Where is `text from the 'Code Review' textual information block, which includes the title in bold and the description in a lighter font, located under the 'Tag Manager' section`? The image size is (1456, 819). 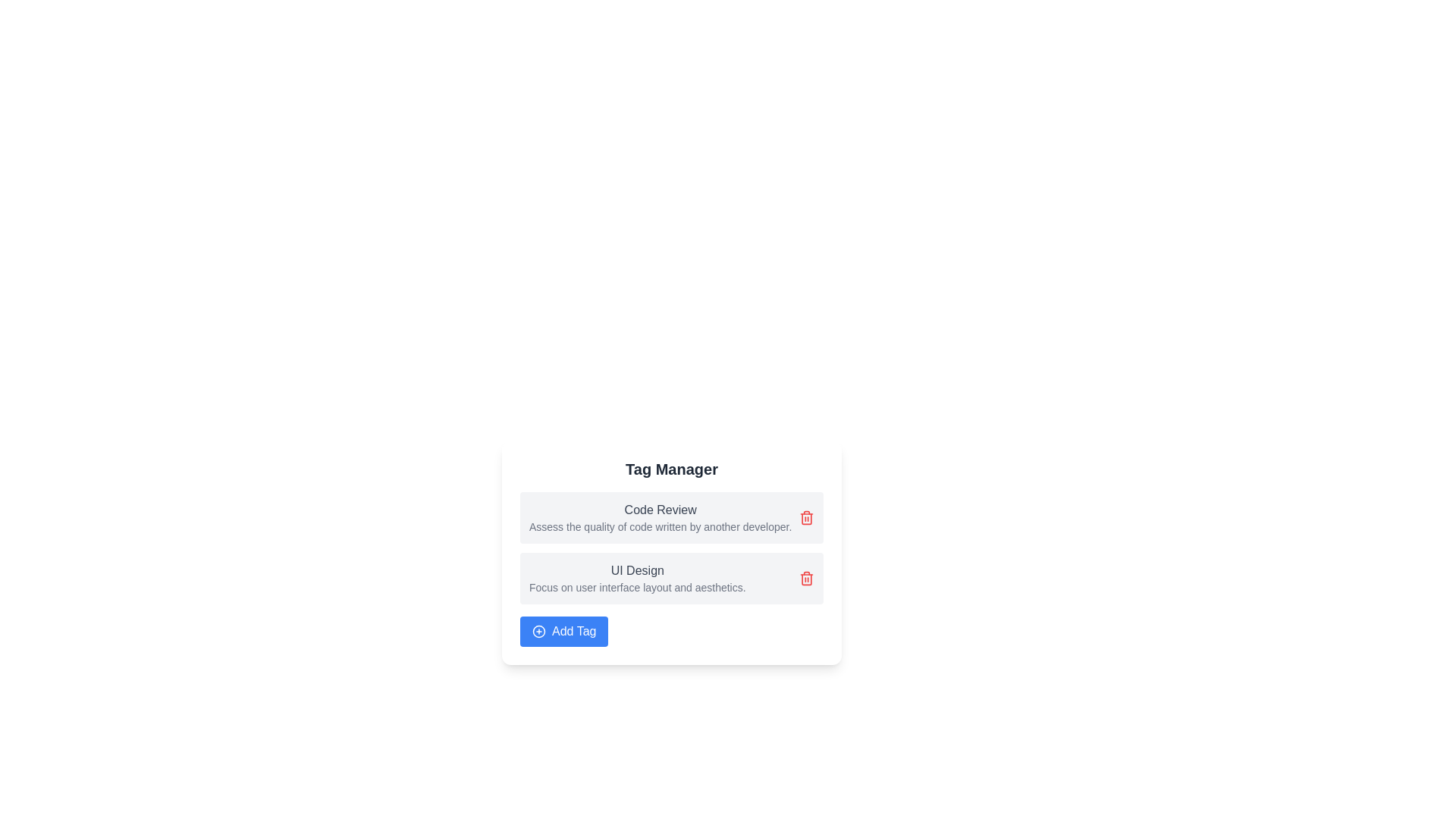 text from the 'Code Review' textual information block, which includes the title in bold and the description in a lighter font, located under the 'Tag Manager' section is located at coordinates (661, 516).